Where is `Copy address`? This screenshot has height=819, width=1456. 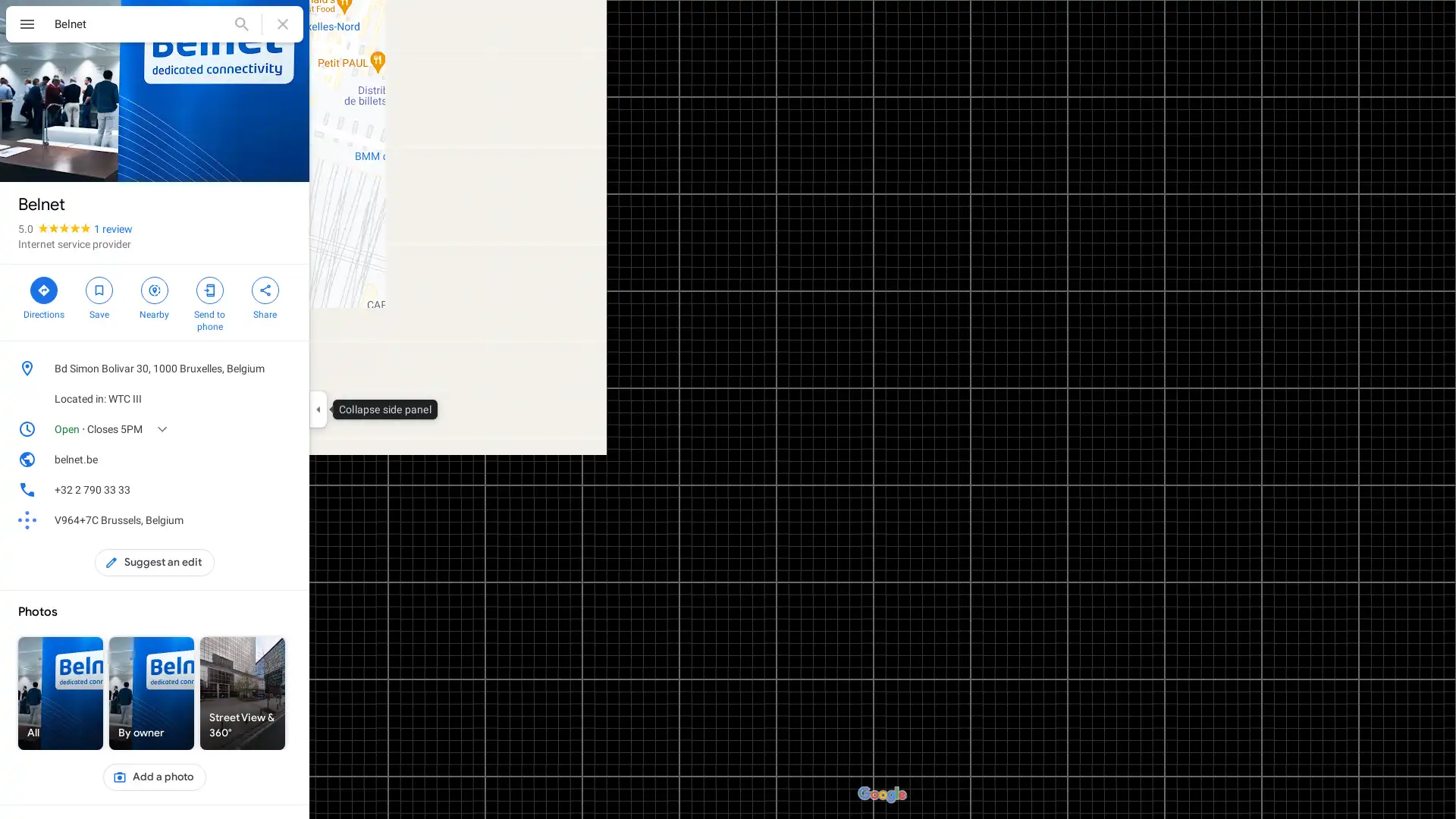
Copy address is located at coordinates (284, 369).